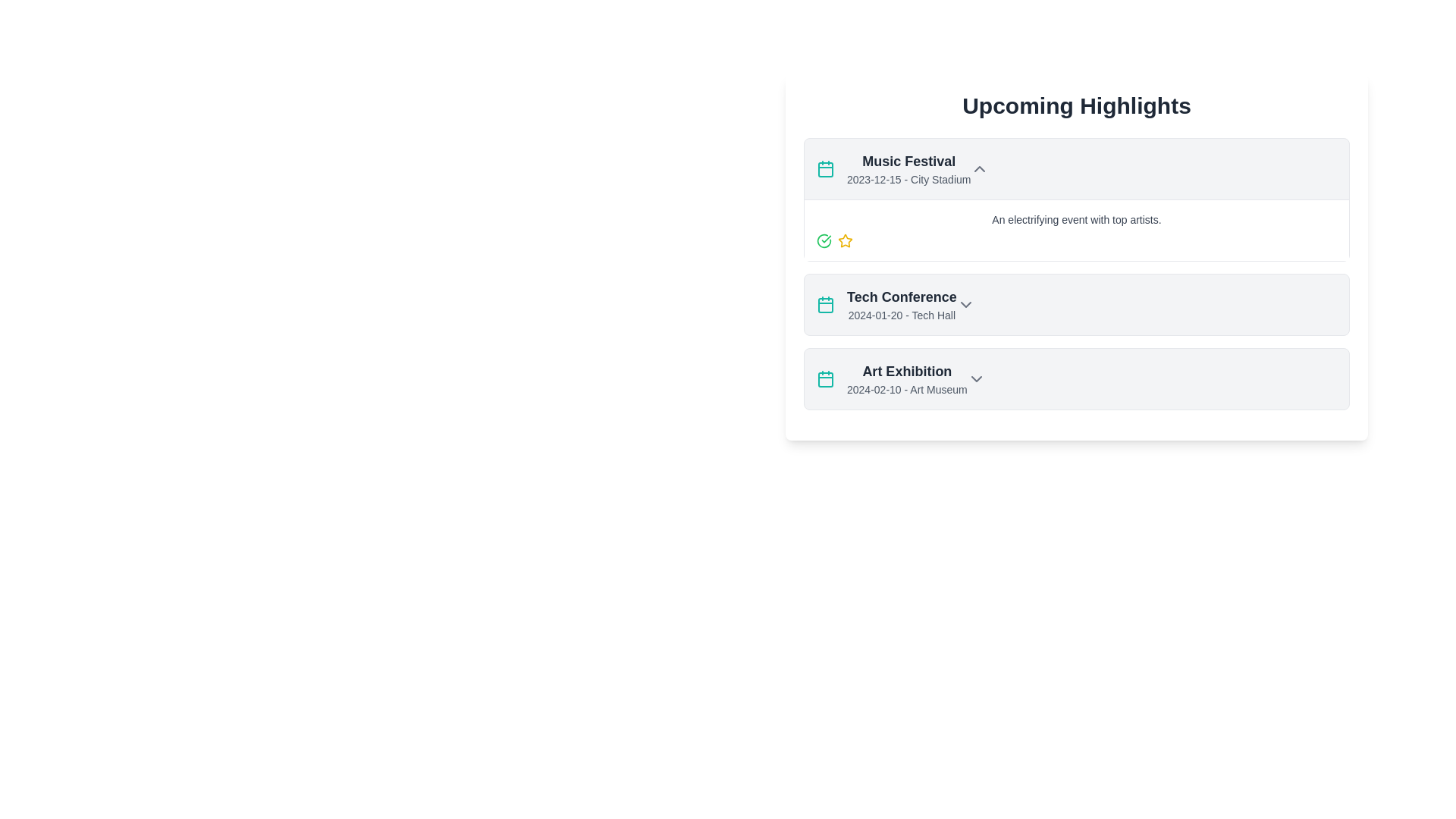  What do you see at coordinates (823, 240) in the screenshot?
I see `the verified status icon in the first row of the 'Music Festival' event in the 'Upcoming Highlights' section to observe the tooltip or visual feedback` at bounding box center [823, 240].